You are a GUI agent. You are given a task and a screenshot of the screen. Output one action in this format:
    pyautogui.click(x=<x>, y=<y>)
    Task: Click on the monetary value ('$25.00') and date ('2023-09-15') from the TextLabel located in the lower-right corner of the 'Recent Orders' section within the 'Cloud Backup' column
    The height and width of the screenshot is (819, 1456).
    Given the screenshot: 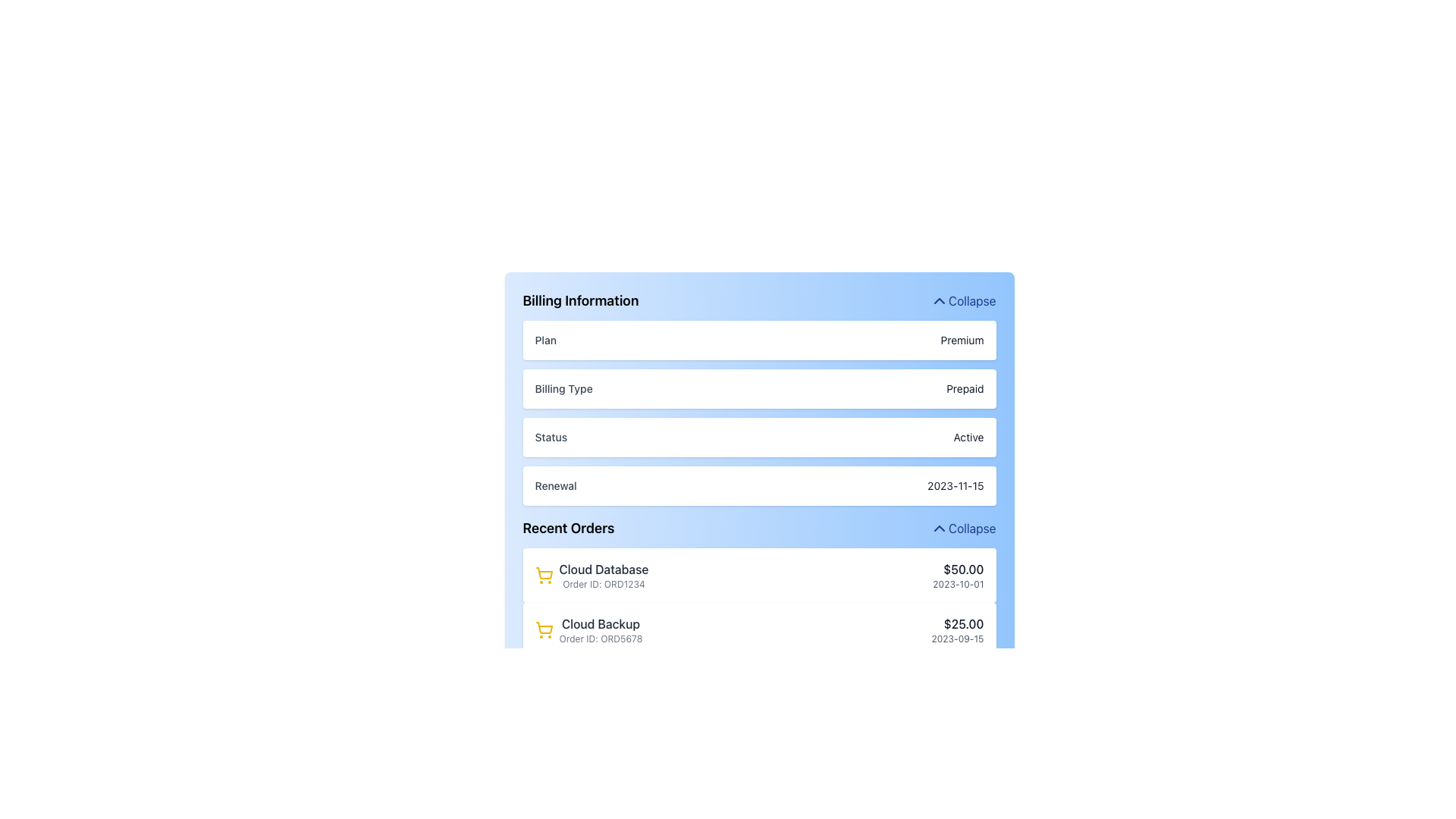 What is the action you would take?
    pyautogui.click(x=956, y=629)
    